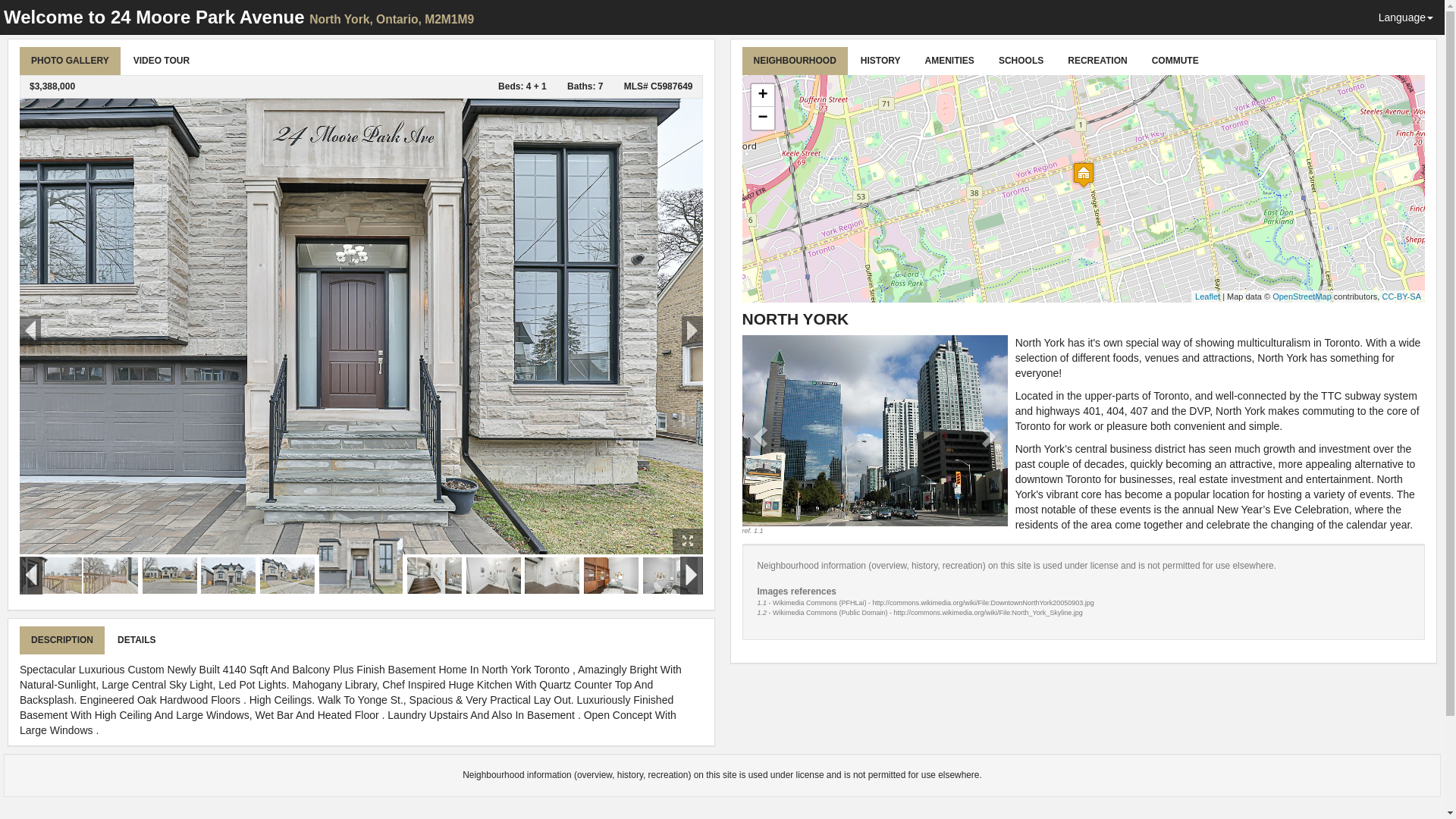 The height and width of the screenshot is (819, 1456). I want to click on 'DETAILS', so click(105, 640).